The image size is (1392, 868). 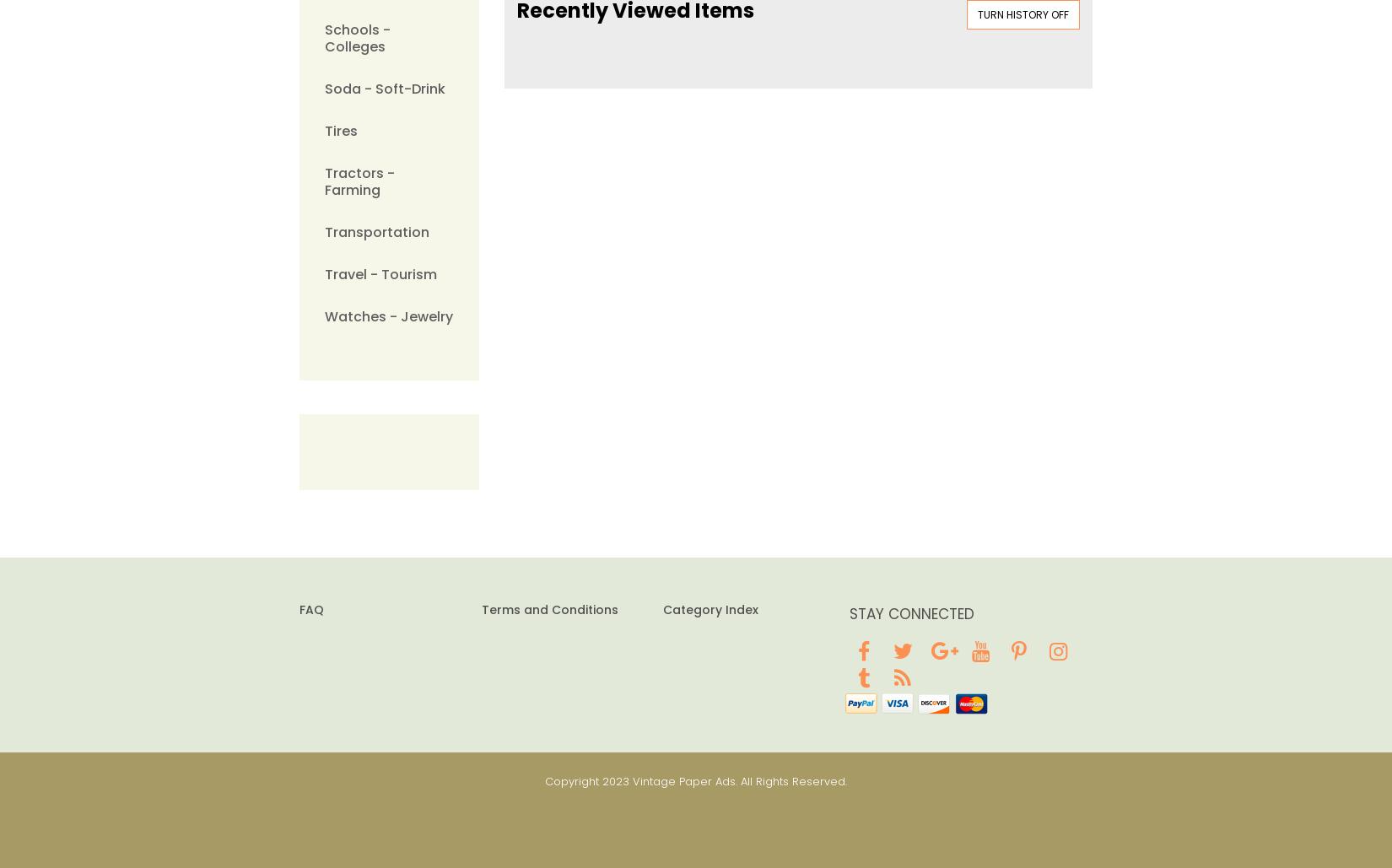 I want to click on 'Terms and Conditions', so click(x=480, y=608).